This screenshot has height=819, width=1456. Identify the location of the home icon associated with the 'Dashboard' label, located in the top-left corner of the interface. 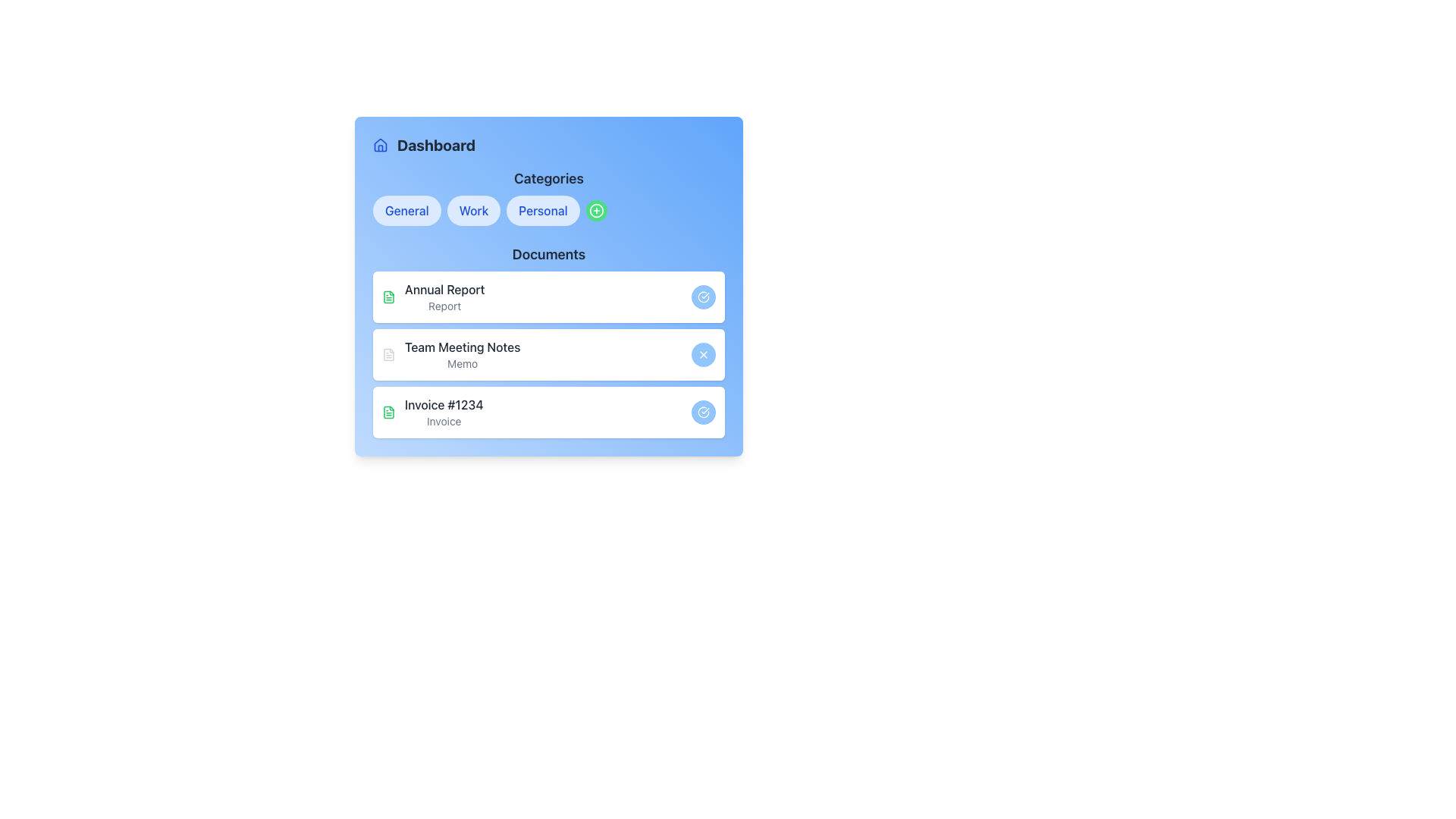
(381, 146).